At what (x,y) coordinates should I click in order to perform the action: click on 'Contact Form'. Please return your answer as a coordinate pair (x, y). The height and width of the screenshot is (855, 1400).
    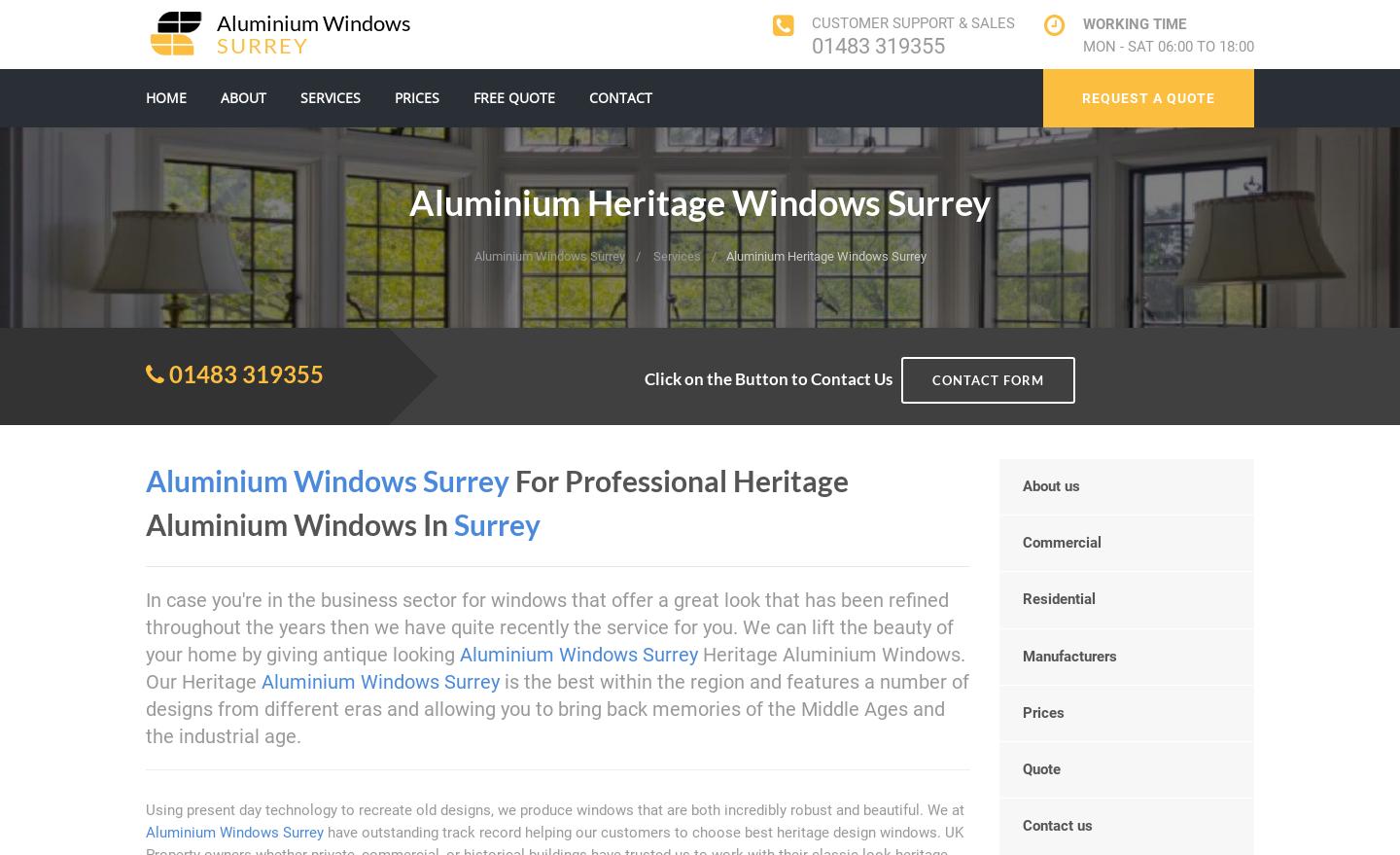
    Looking at the image, I should click on (987, 379).